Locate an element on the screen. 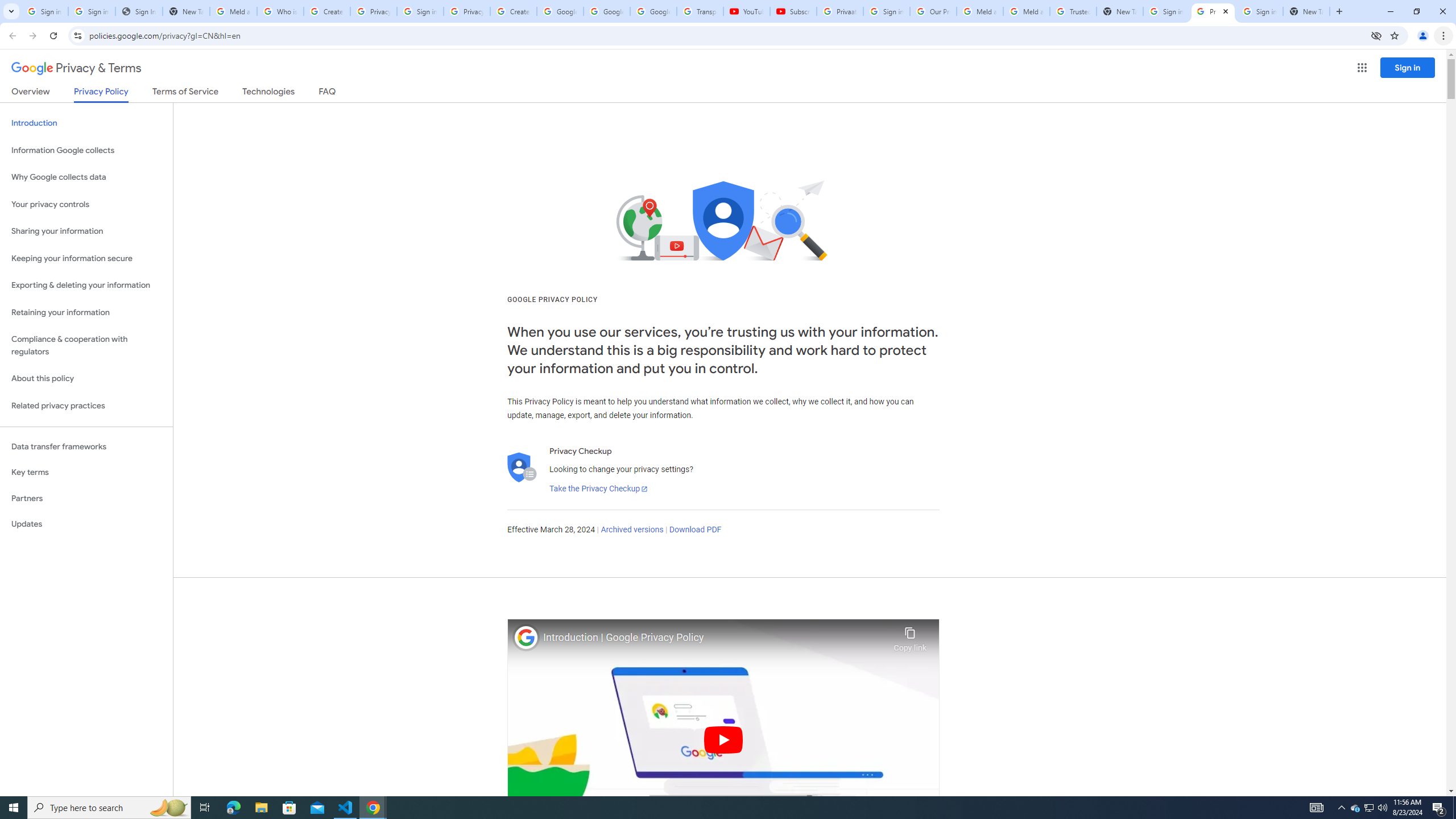 Image resolution: width=1456 pixels, height=819 pixels. 'Archived versions' is located at coordinates (631, 529).